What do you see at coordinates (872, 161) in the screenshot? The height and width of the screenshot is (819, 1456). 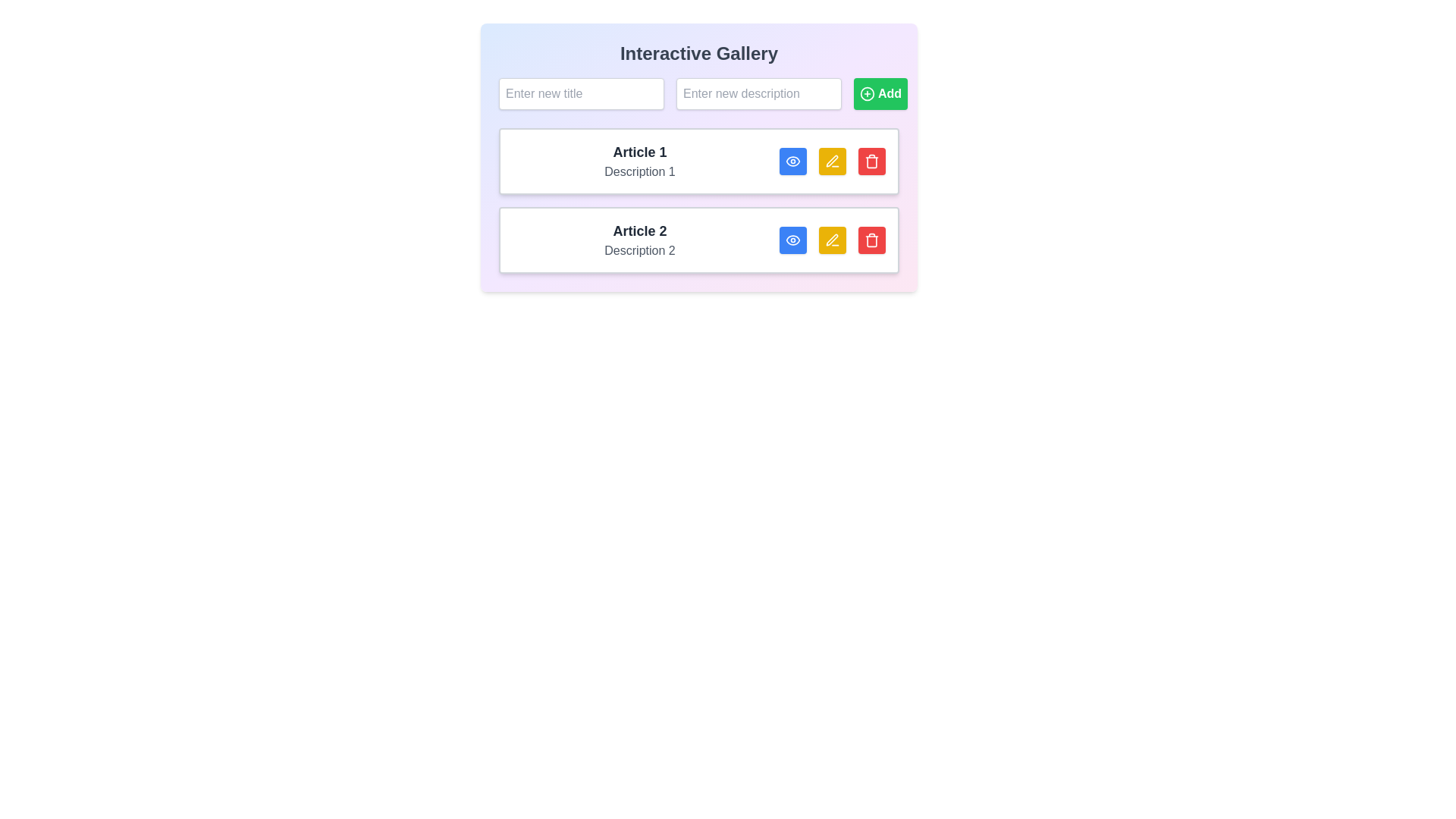 I see `the button with a trash icon styled as a red bin located in the interactive gallery interface, specifically the rightmost control in the row labeled 'Article 1'` at bounding box center [872, 161].